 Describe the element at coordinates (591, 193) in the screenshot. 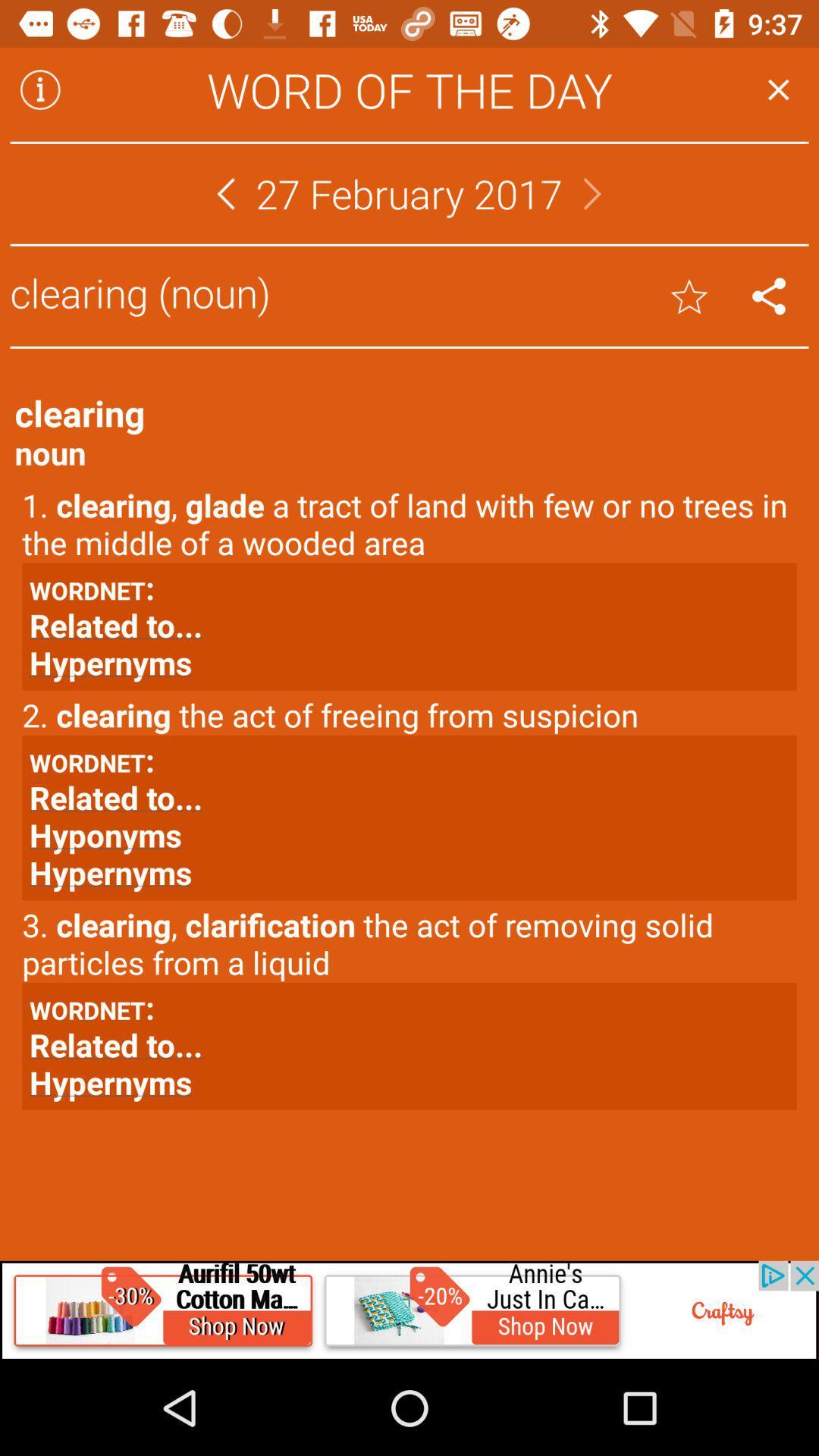

I see `next the option` at that location.